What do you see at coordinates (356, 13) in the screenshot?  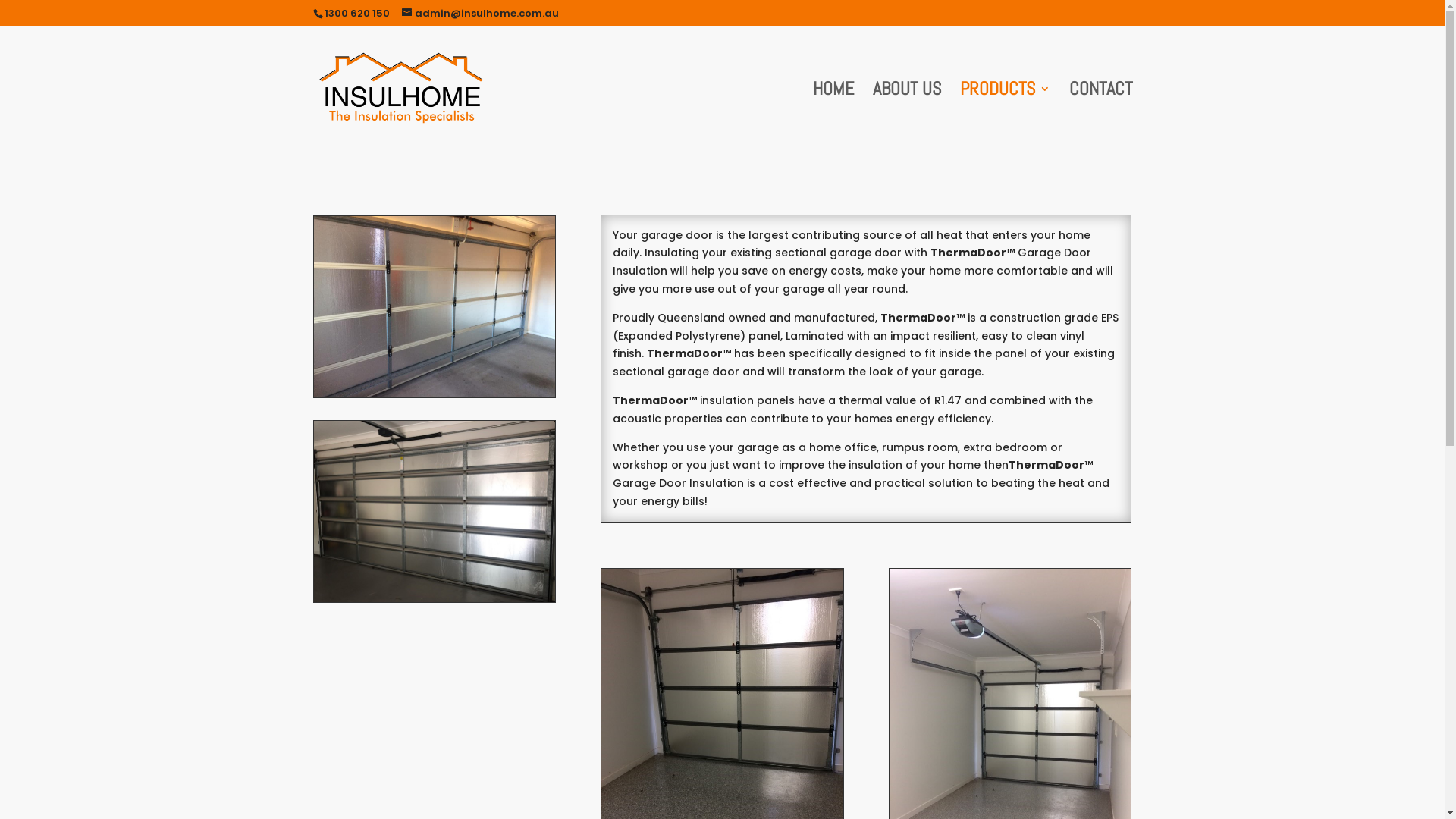 I see `'1300 620 150'` at bounding box center [356, 13].